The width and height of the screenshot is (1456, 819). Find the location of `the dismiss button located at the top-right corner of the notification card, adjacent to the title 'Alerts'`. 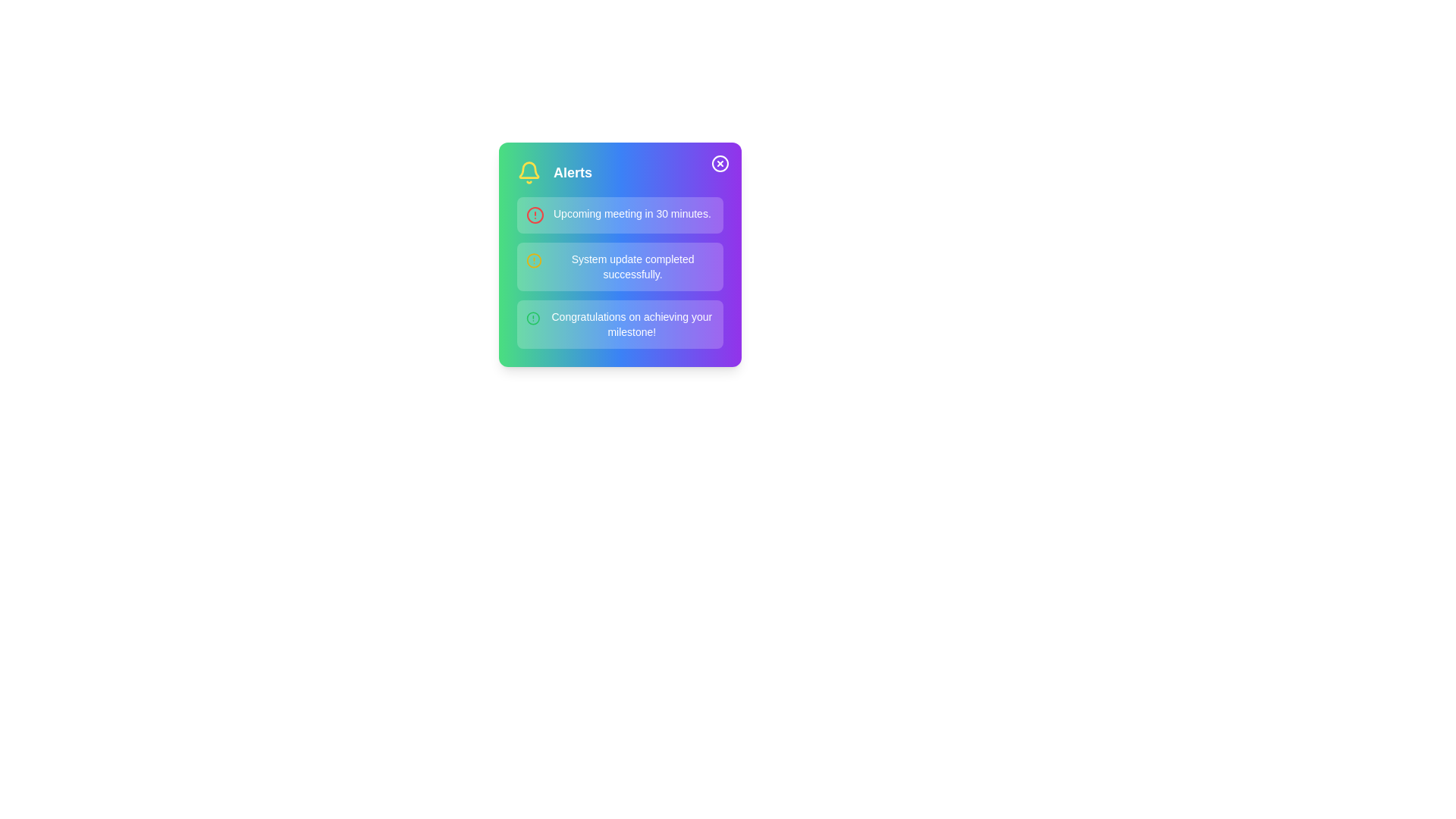

the dismiss button located at the top-right corner of the notification card, adjacent to the title 'Alerts' is located at coordinates (720, 164).